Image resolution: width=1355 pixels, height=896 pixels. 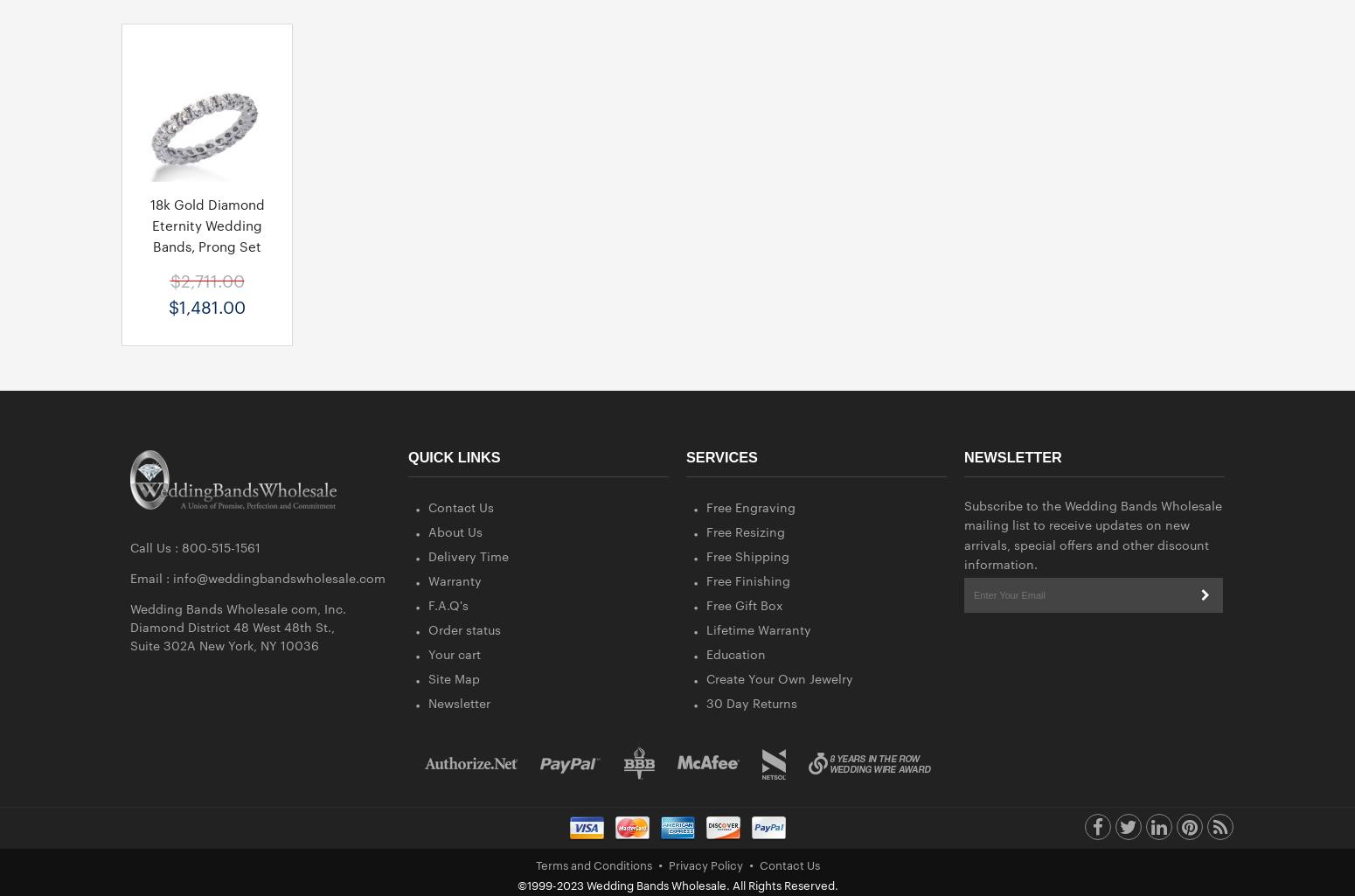 What do you see at coordinates (454, 654) in the screenshot?
I see `'Your cart'` at bounding box center [454, 654].